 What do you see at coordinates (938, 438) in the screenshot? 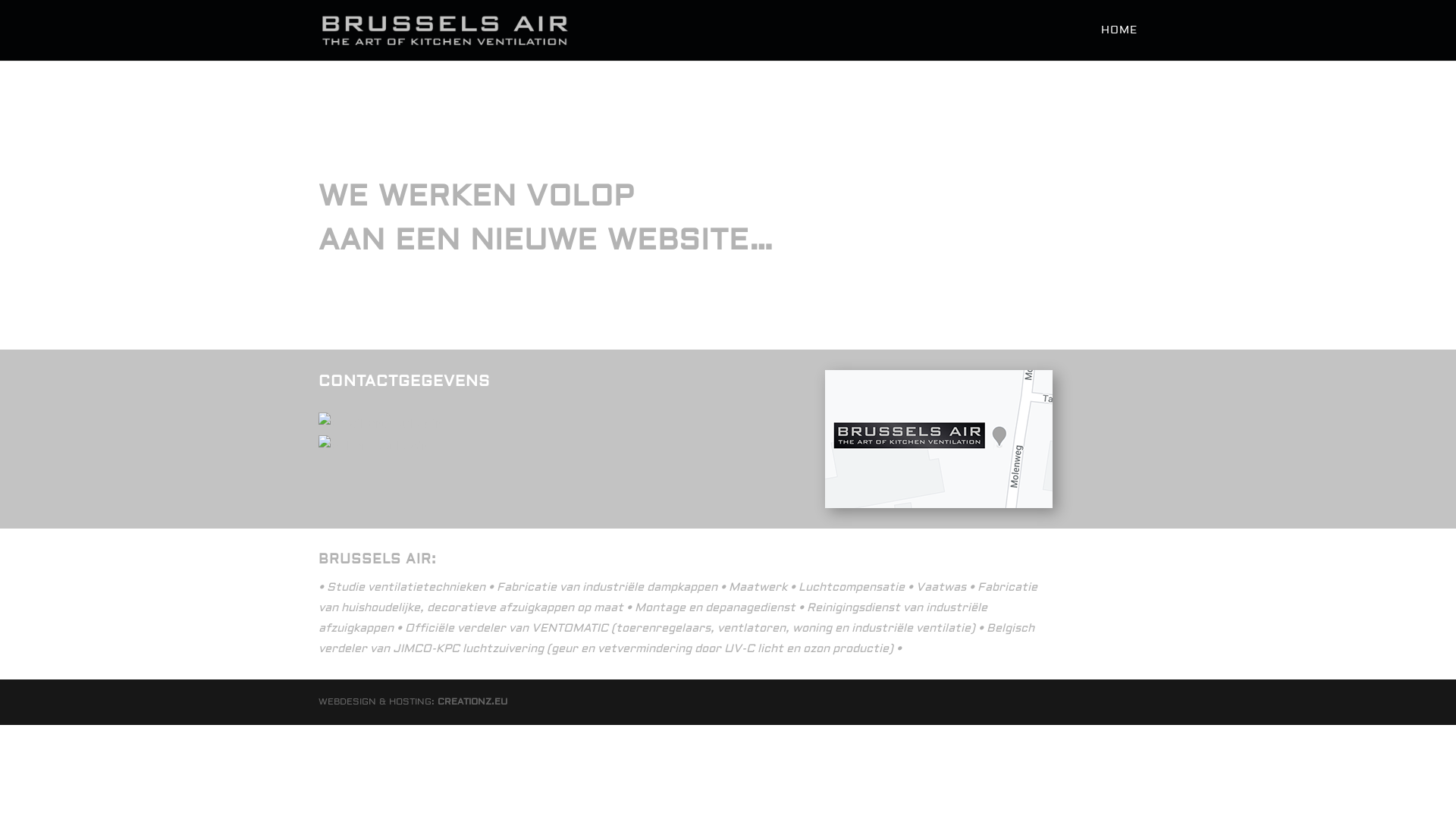
I see `'Brussels Air route'` at bounding box center [938, 438].